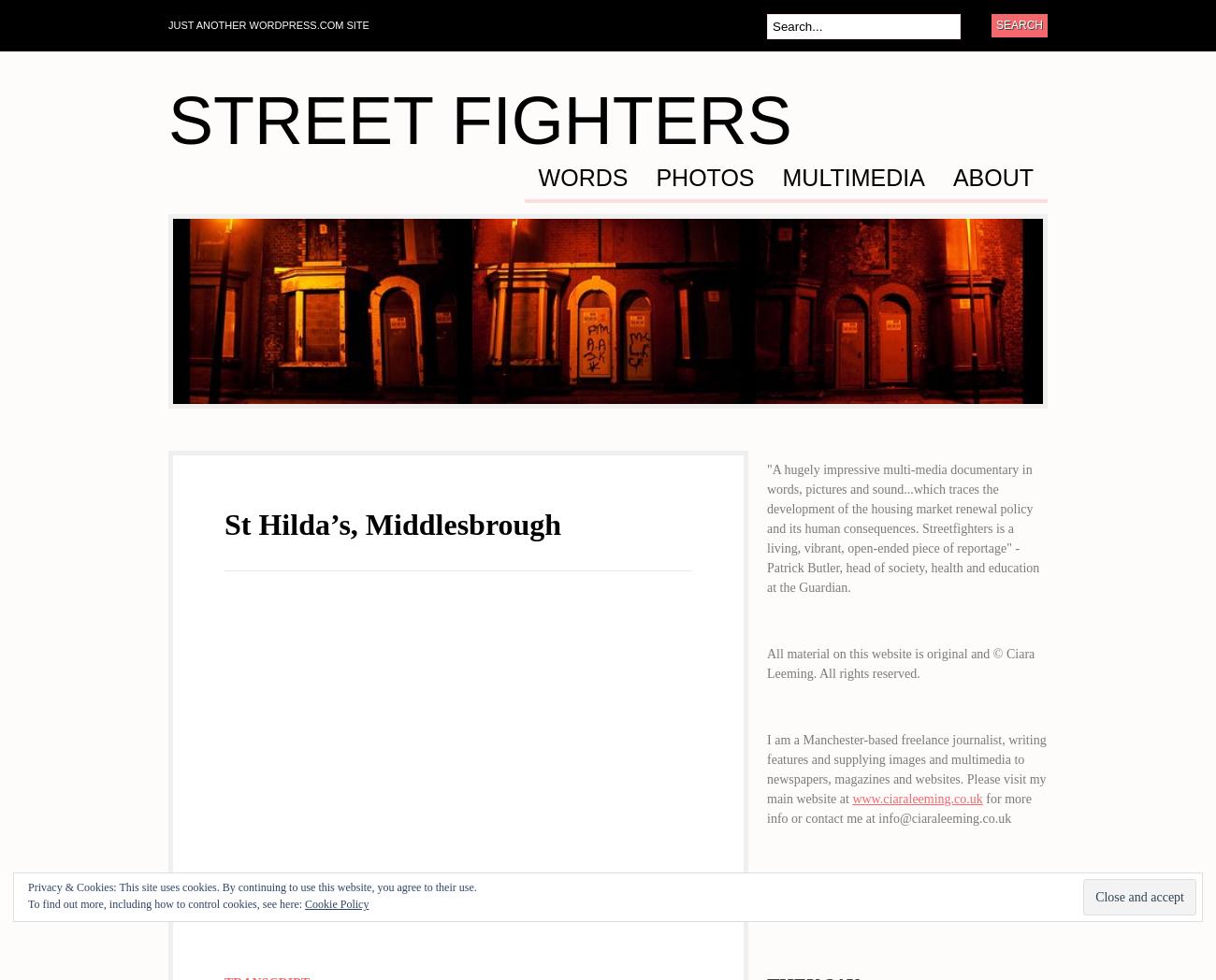 The width and height of the screenshot is (1216, 980). Describe the element at coordinates (166, 902) in the screenshot. I see `'To find out more, including how to control cookies, see here:'` at that location.